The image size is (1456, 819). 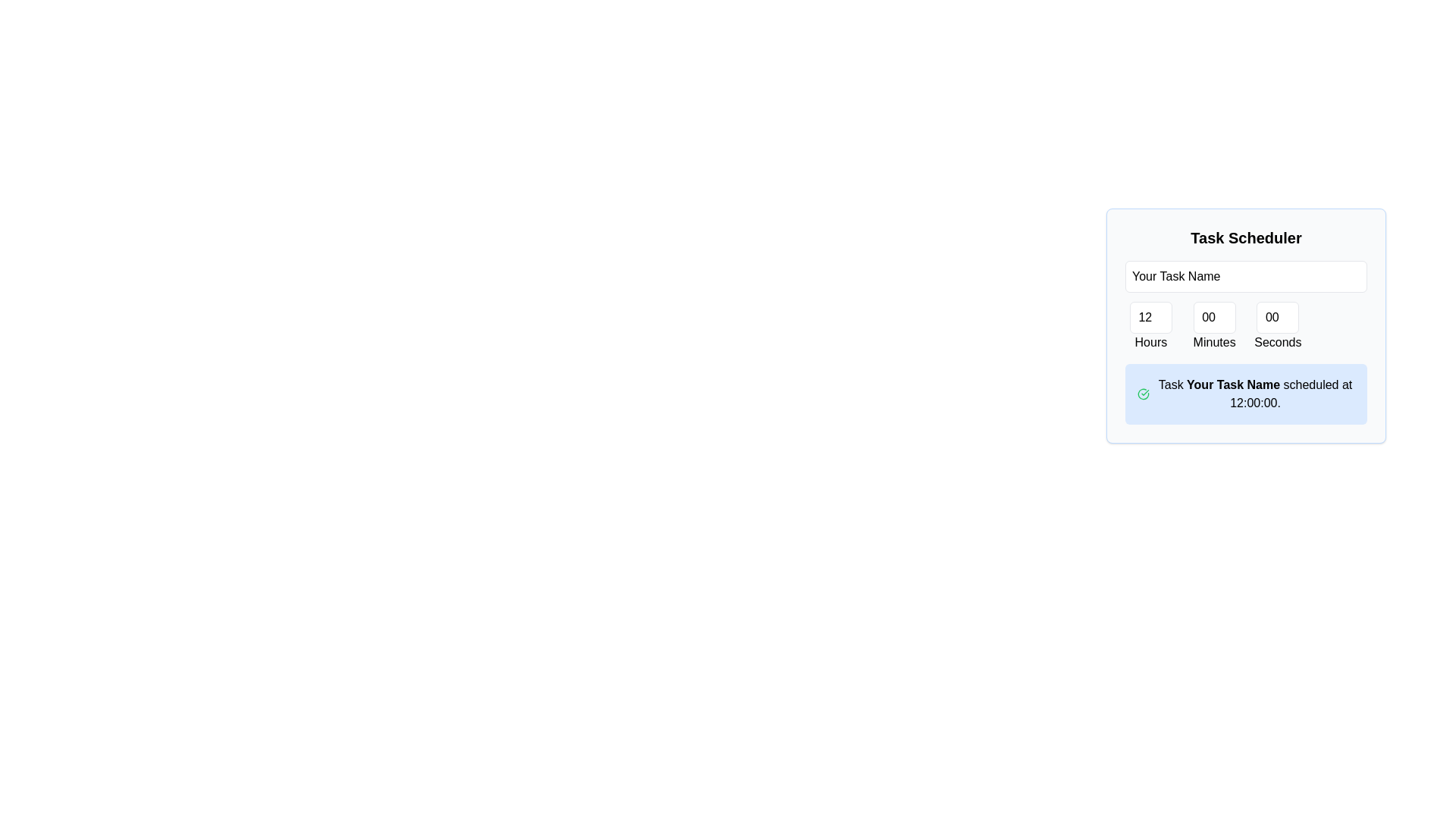 What do you see at coordinates (1277, 326) in the screenshot?
I see `the label for the numeric input field specifying seconds in the time configuration, which is located in the third column of a grid structure, directly below the input field with the value '00'` at bounding box center [1277, 326].